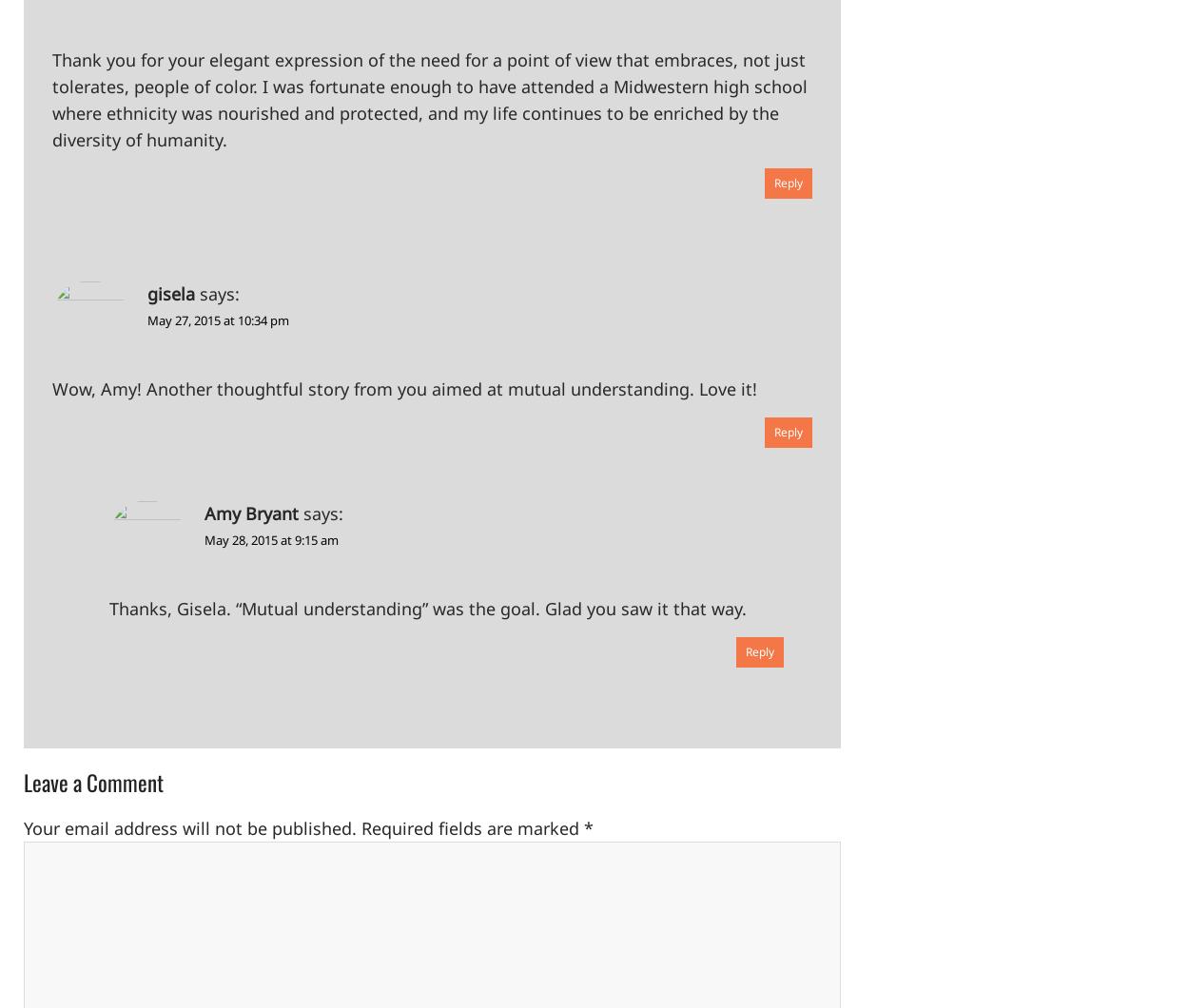 Image resolution: width=1189 pixels, height=1008 pixels. Describe the element at coordinates (203, 539) in the screenshot. I see `'May 28, 2015 at 9:15 am'` at that location.